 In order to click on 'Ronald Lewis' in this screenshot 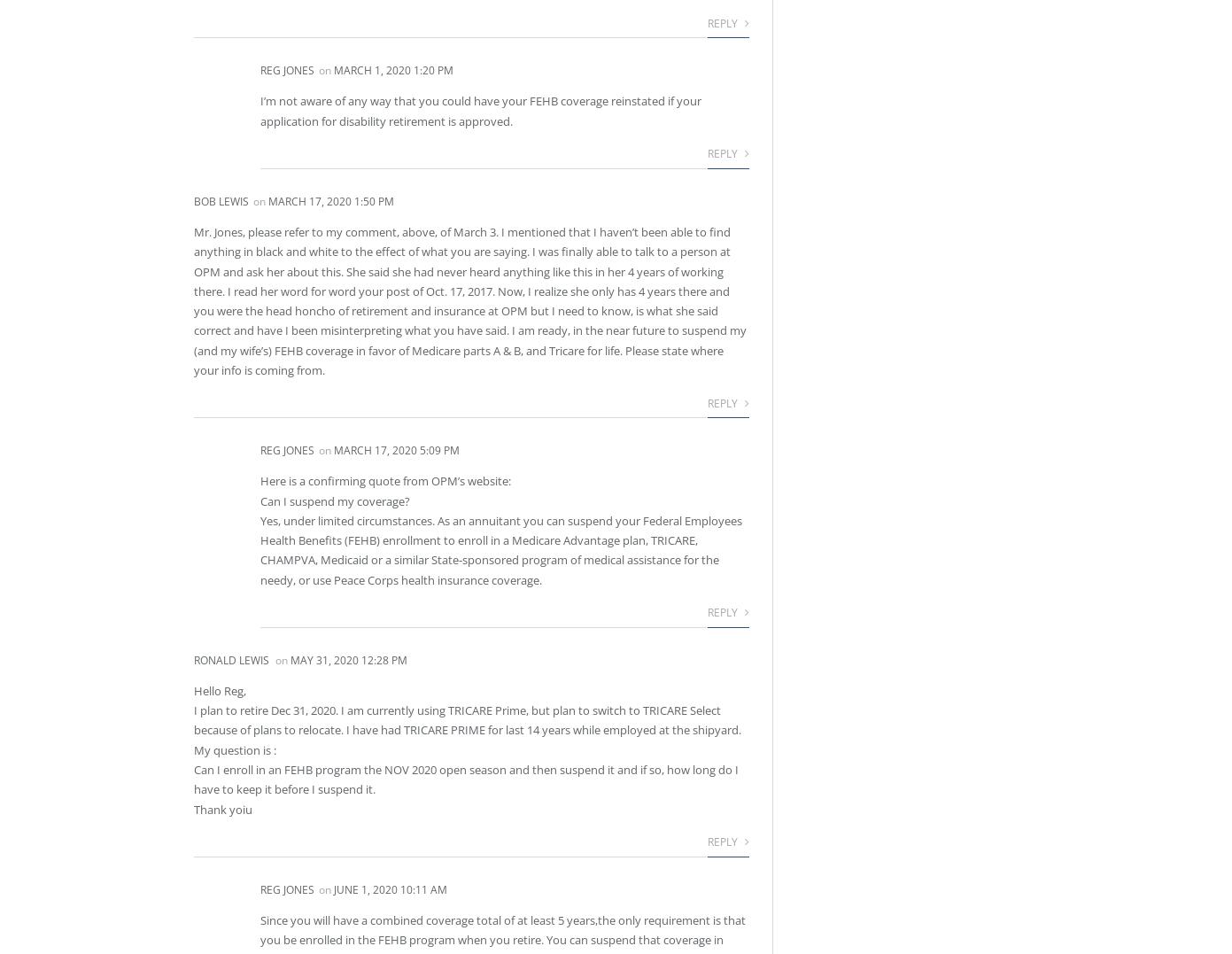, I will do `click(230, 659)`.